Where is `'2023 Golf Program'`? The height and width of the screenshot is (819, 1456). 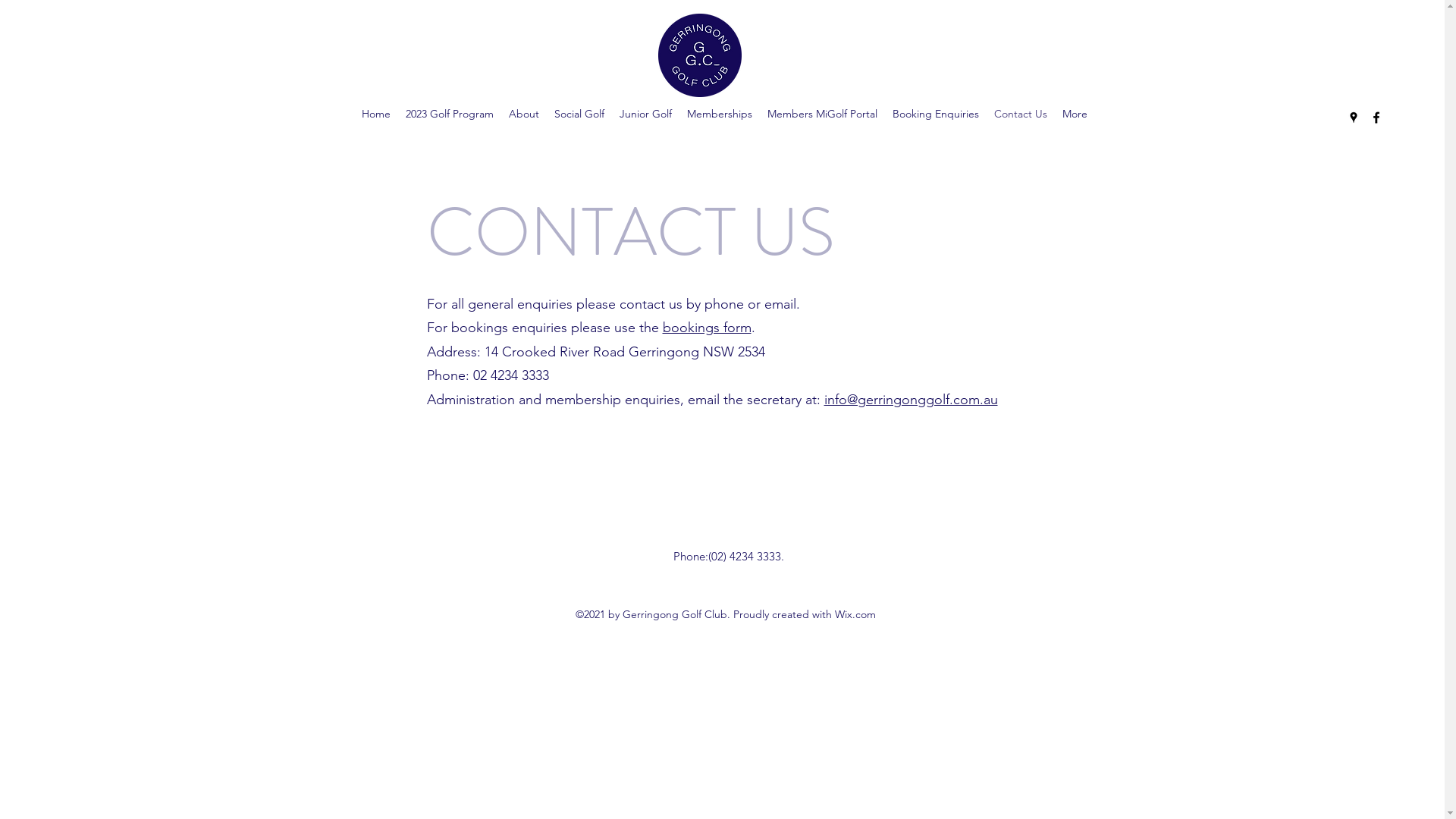 '2023 Golf Program' is located at coordinates (449, 113).